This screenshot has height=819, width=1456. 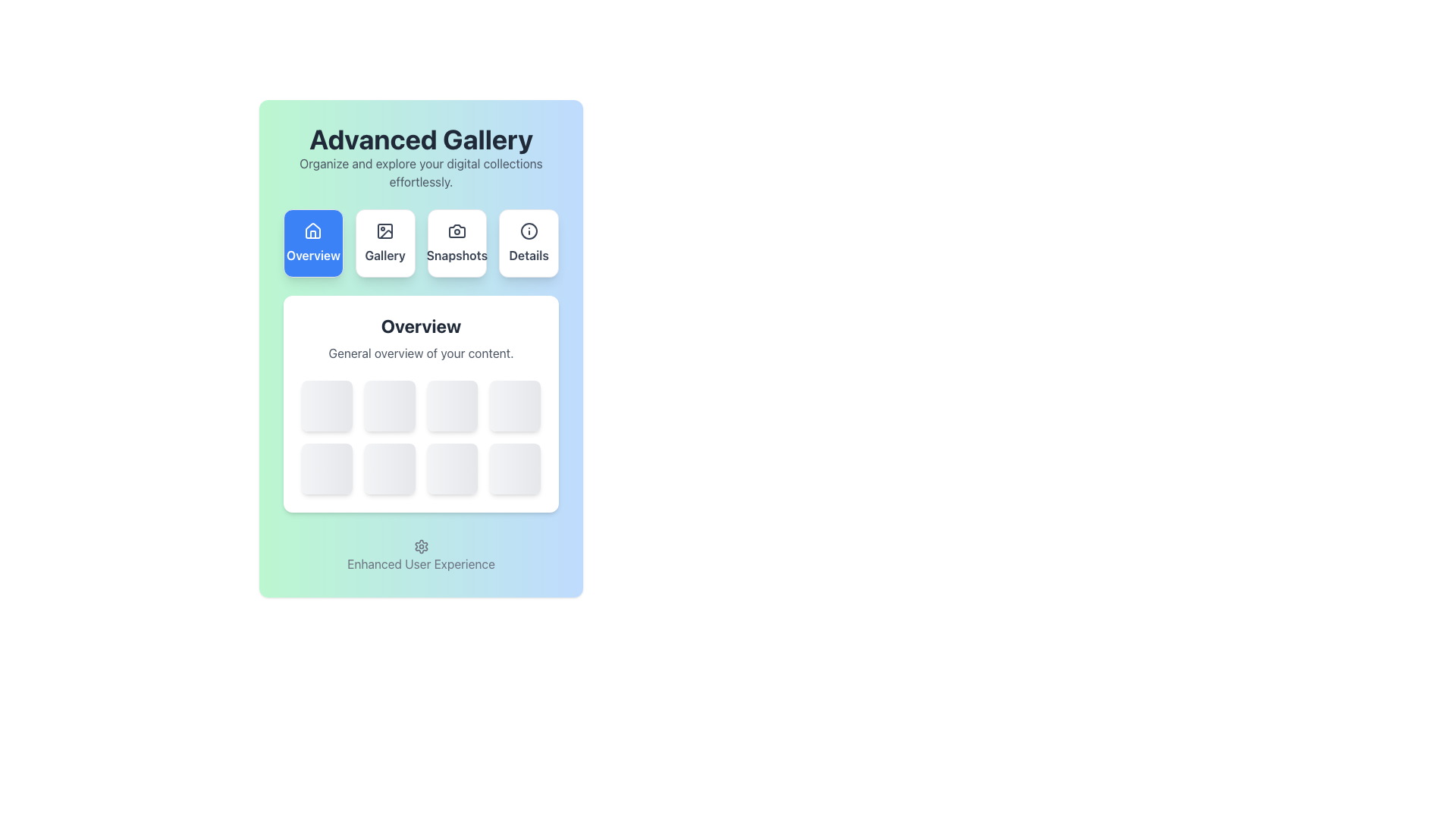 I want to click on the visual card in the grid layout of the 'Overview' section, which is located in the second row, second column, so click(x=390, y=468).